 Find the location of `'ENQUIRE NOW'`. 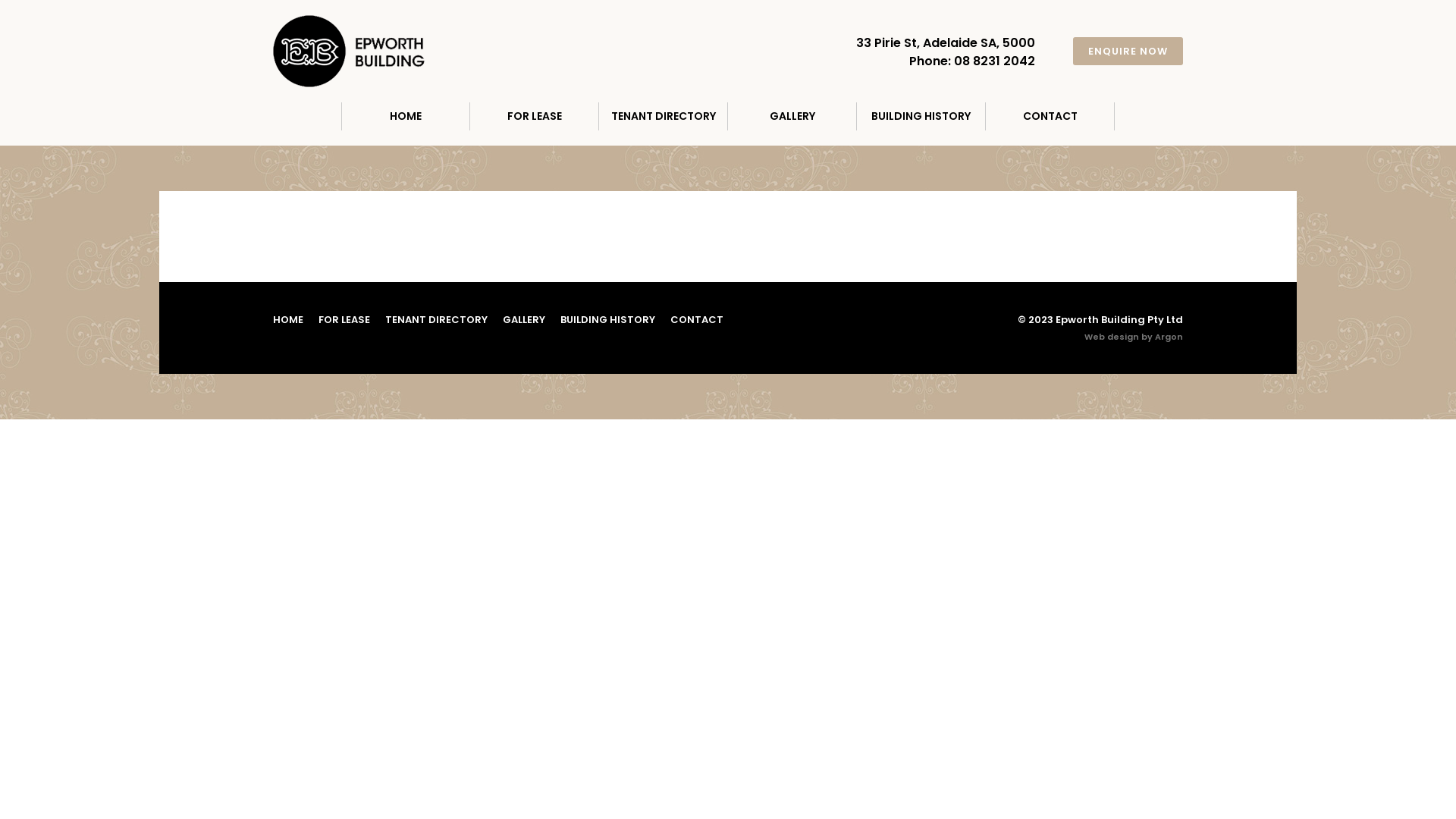

'ENQUIRE NOW' is located at coordinates (1128, 50).